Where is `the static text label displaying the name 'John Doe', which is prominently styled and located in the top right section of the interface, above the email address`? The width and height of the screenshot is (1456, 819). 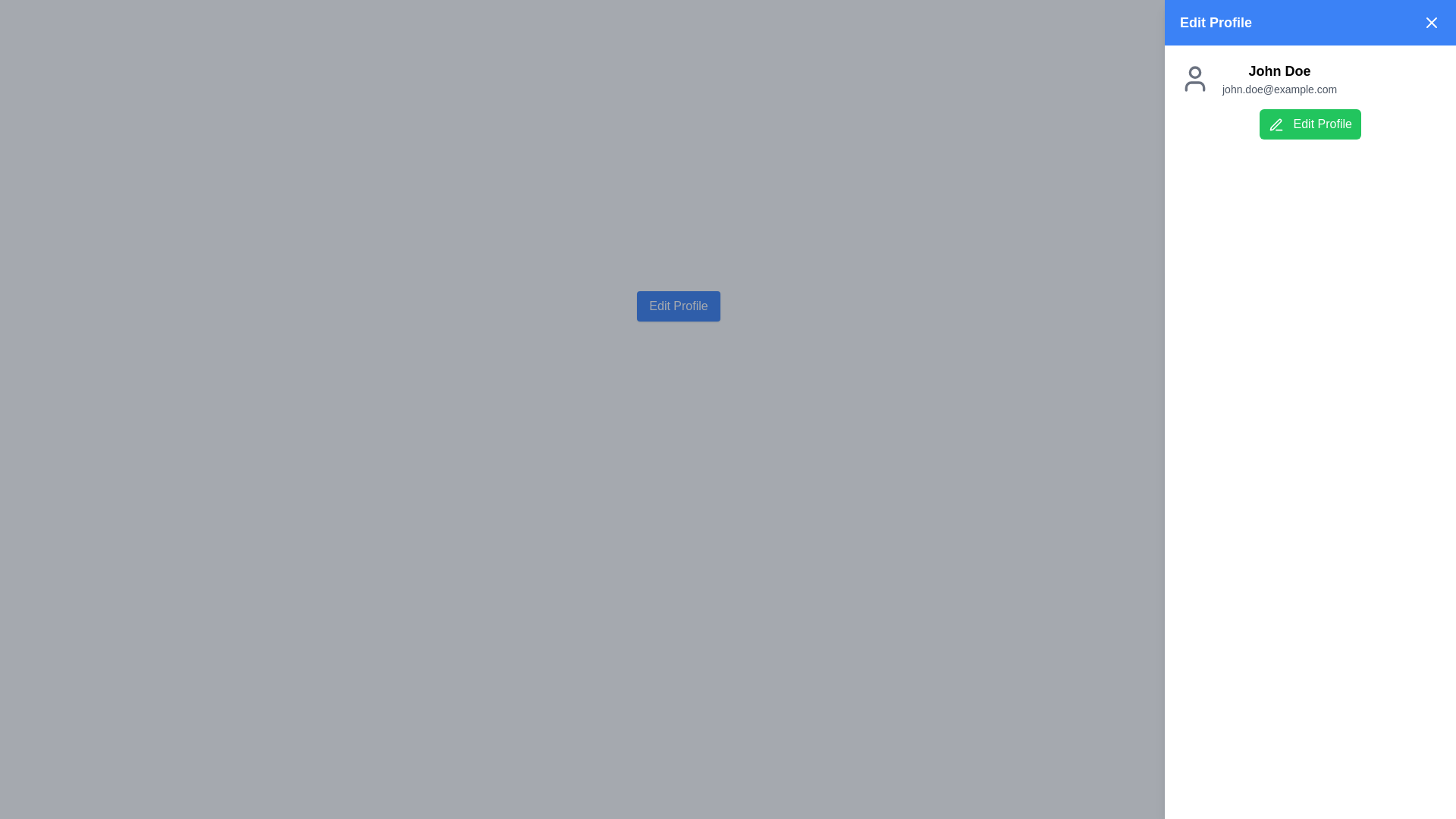
the static text label displaying the name 'John Doe', which is prominently styled and located in the top right section of the interface, above the email address is located at coordinates (1279, 71).